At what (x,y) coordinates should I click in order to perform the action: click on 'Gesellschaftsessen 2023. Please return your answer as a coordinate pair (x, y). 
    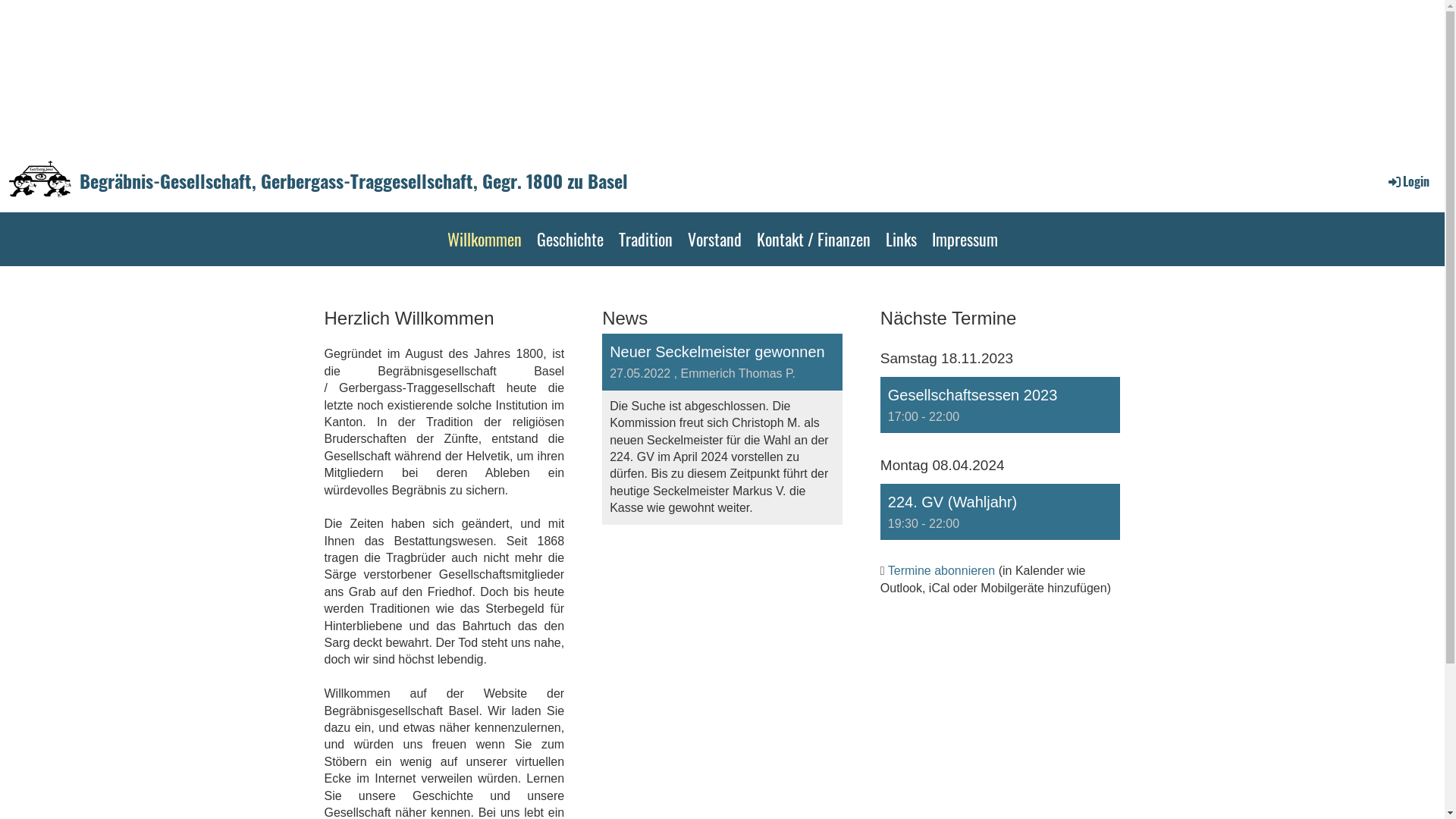
    Looking at the image, I should click on (1000, 403).